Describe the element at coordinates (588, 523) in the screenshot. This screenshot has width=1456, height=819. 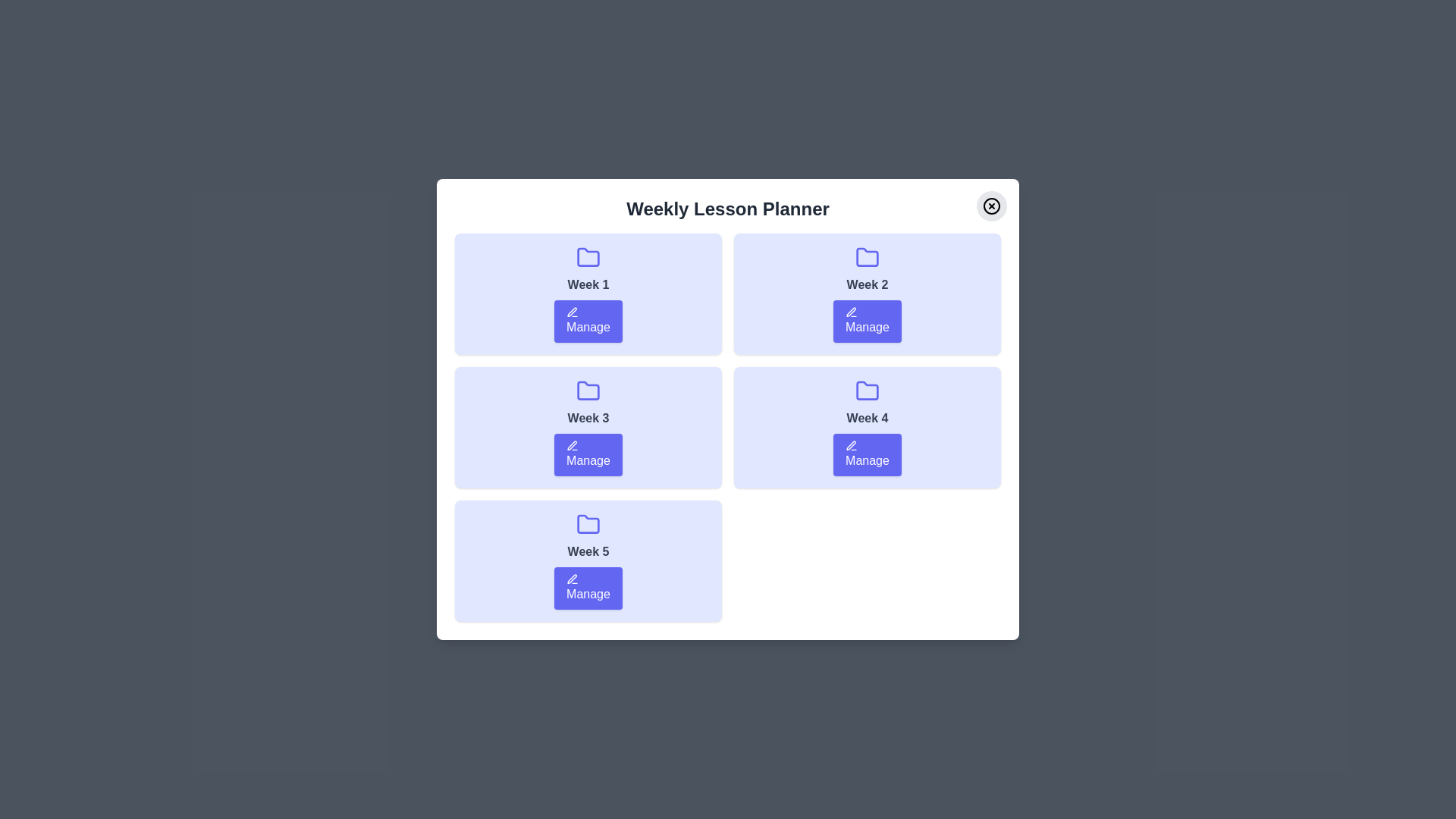
I see `the folder icon for Week 5` at that location.